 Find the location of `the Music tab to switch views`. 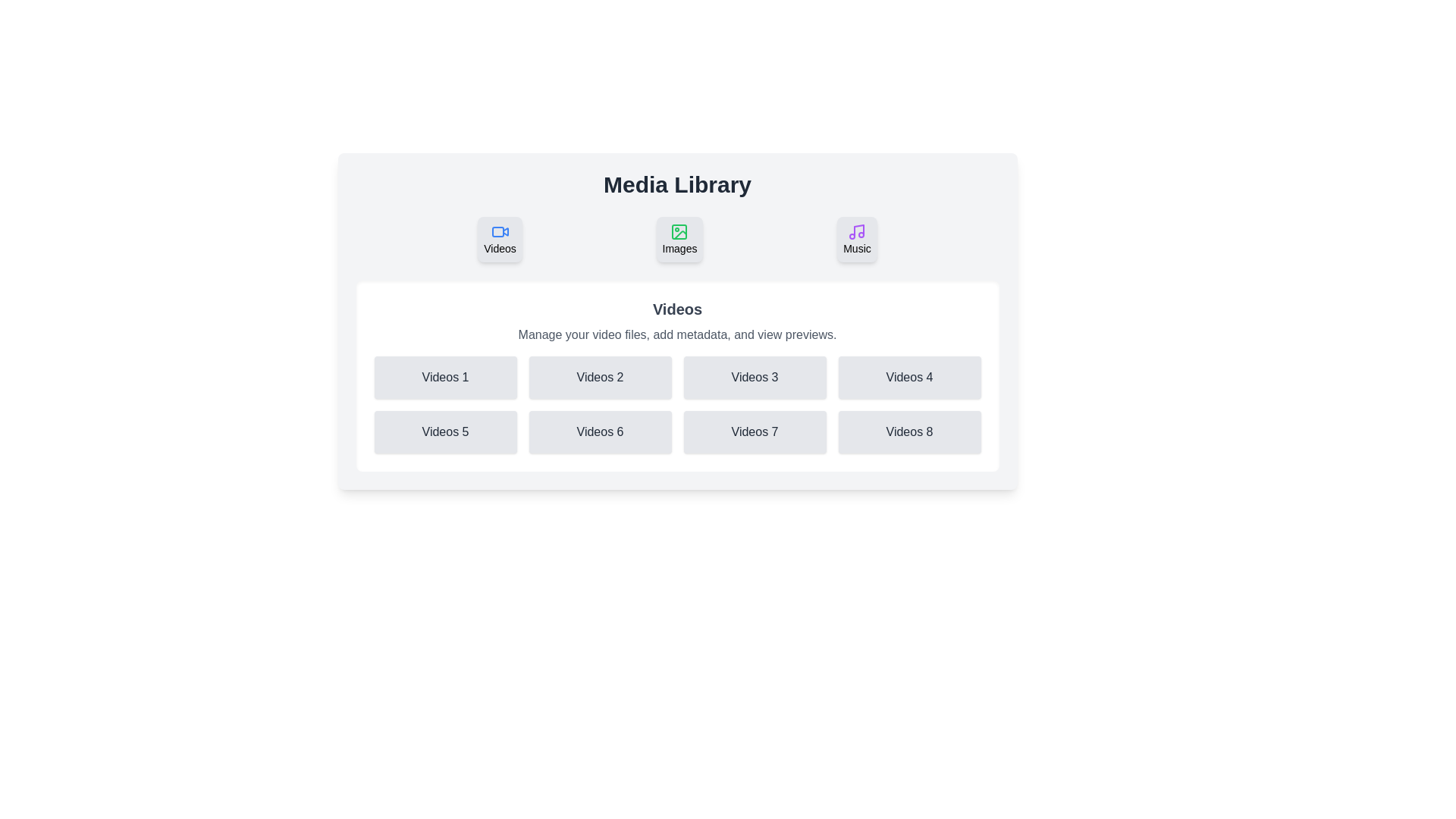

the Music tab to switch views is located at coordinates (857, 239).